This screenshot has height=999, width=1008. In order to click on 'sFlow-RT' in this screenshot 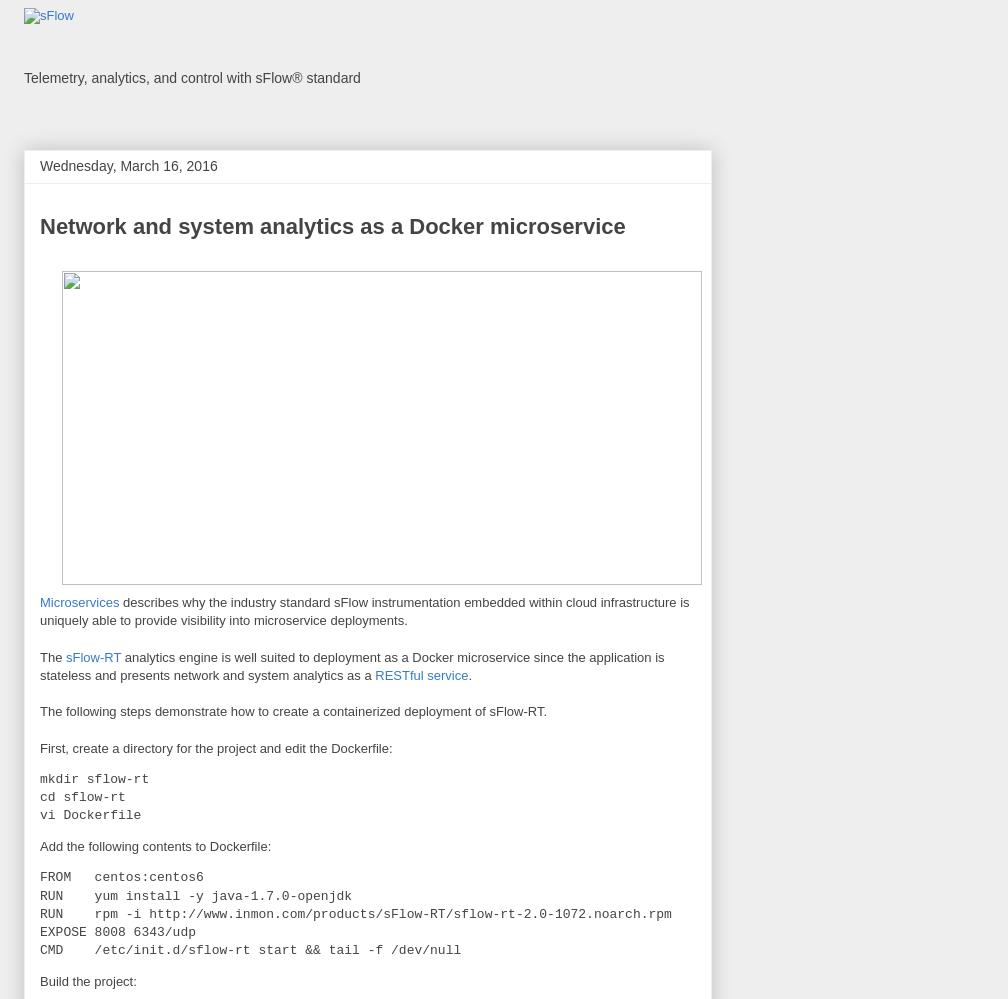, I will do `click(93, 655)`.